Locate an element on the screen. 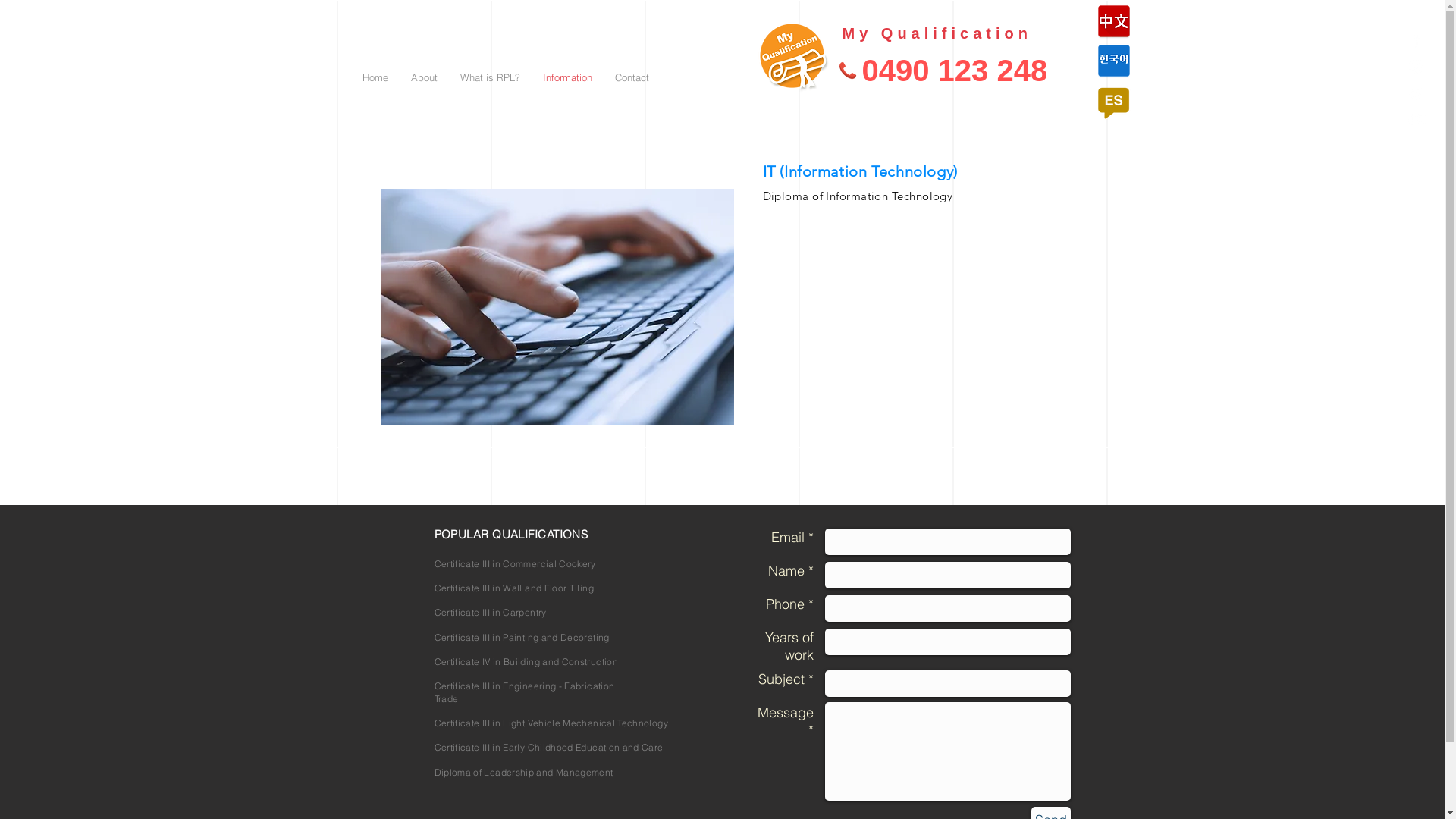  'Trade' is located at coordinates (445, 698).